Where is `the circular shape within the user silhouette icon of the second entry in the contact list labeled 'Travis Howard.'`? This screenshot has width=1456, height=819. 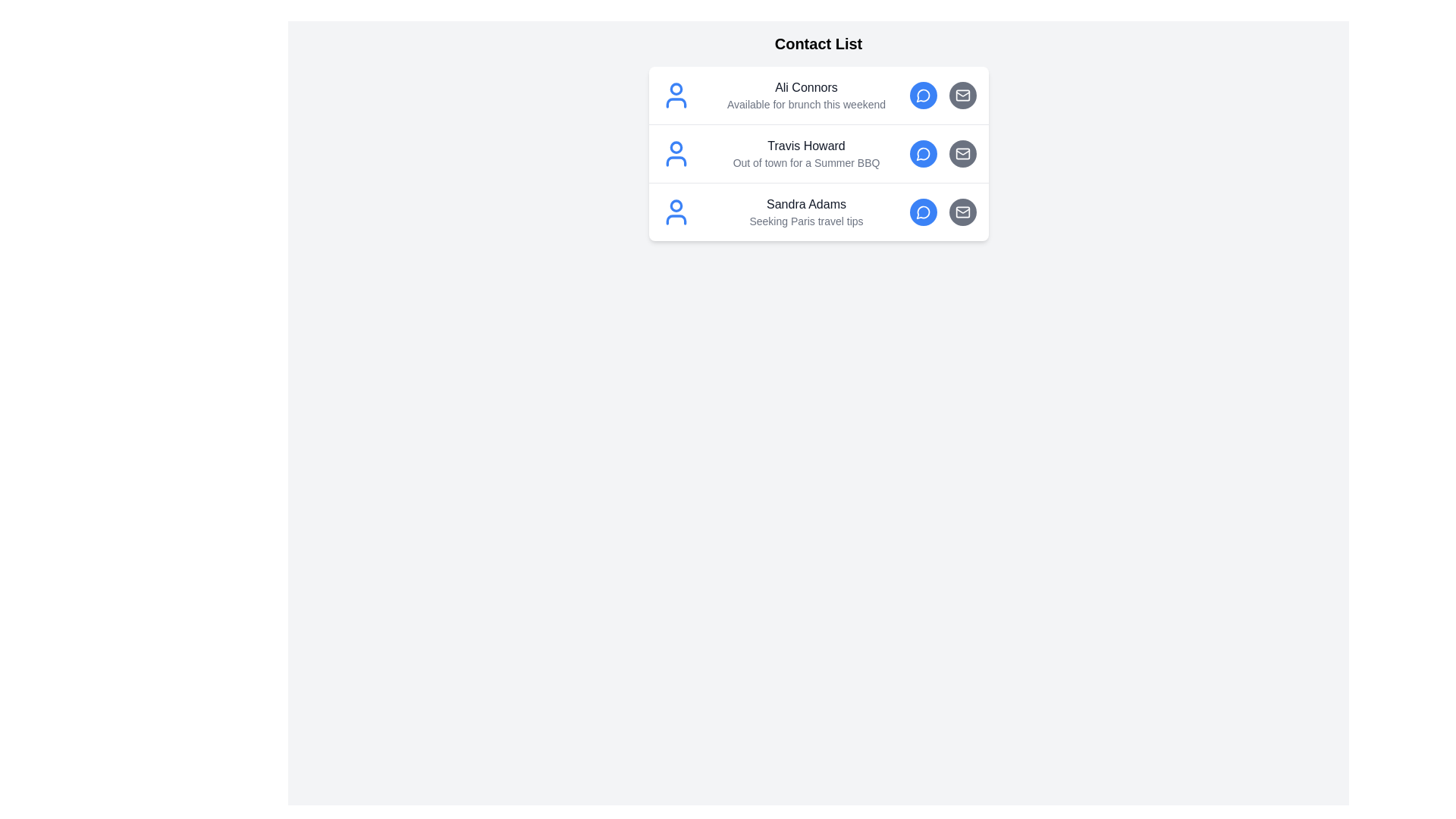 the circular shape within the user silhouette icon of the second entry in the contact list labeled 'Travis Howard.' is located at coordinates (675, 147).